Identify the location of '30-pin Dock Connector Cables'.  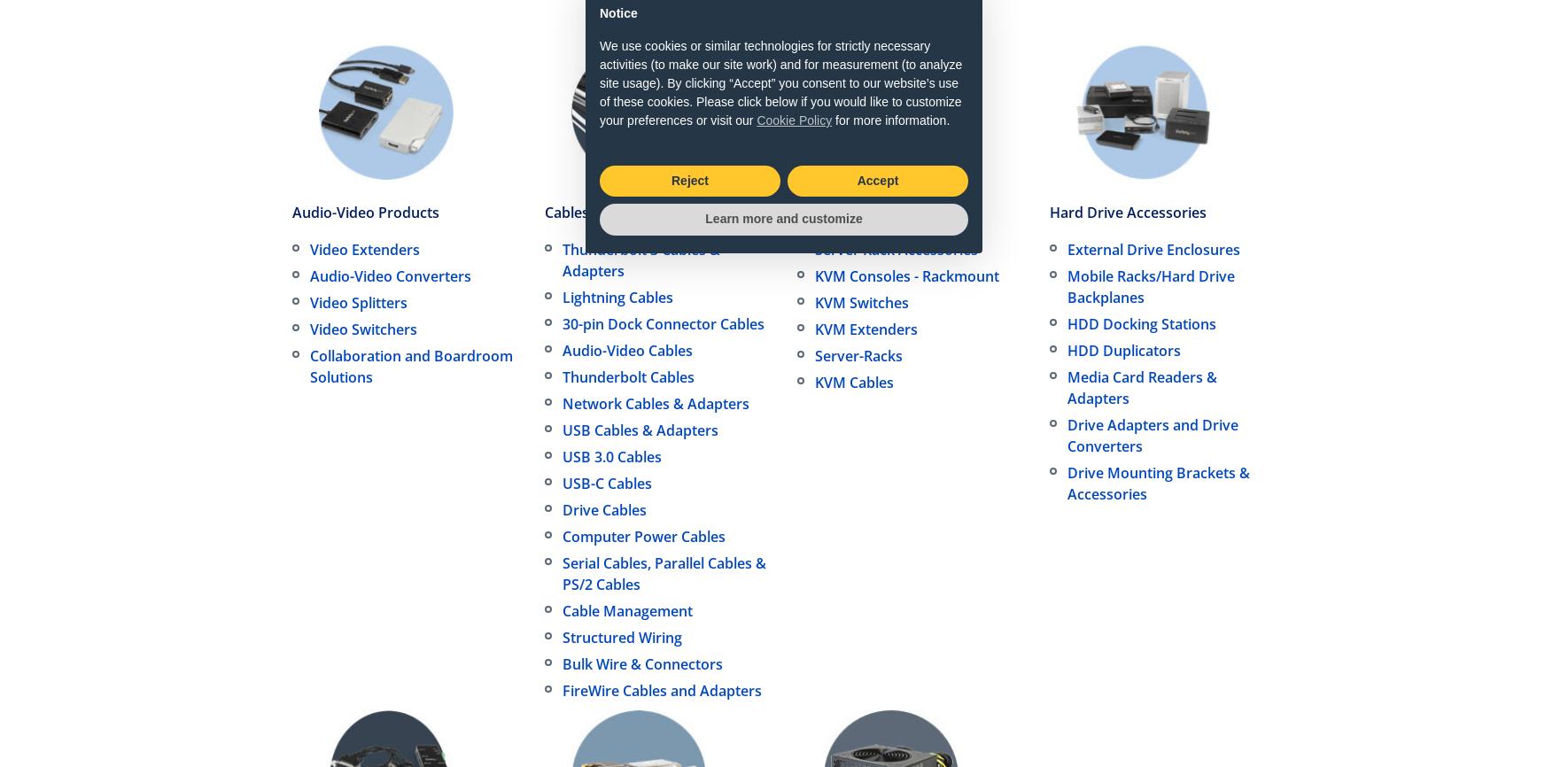
(664, 322).